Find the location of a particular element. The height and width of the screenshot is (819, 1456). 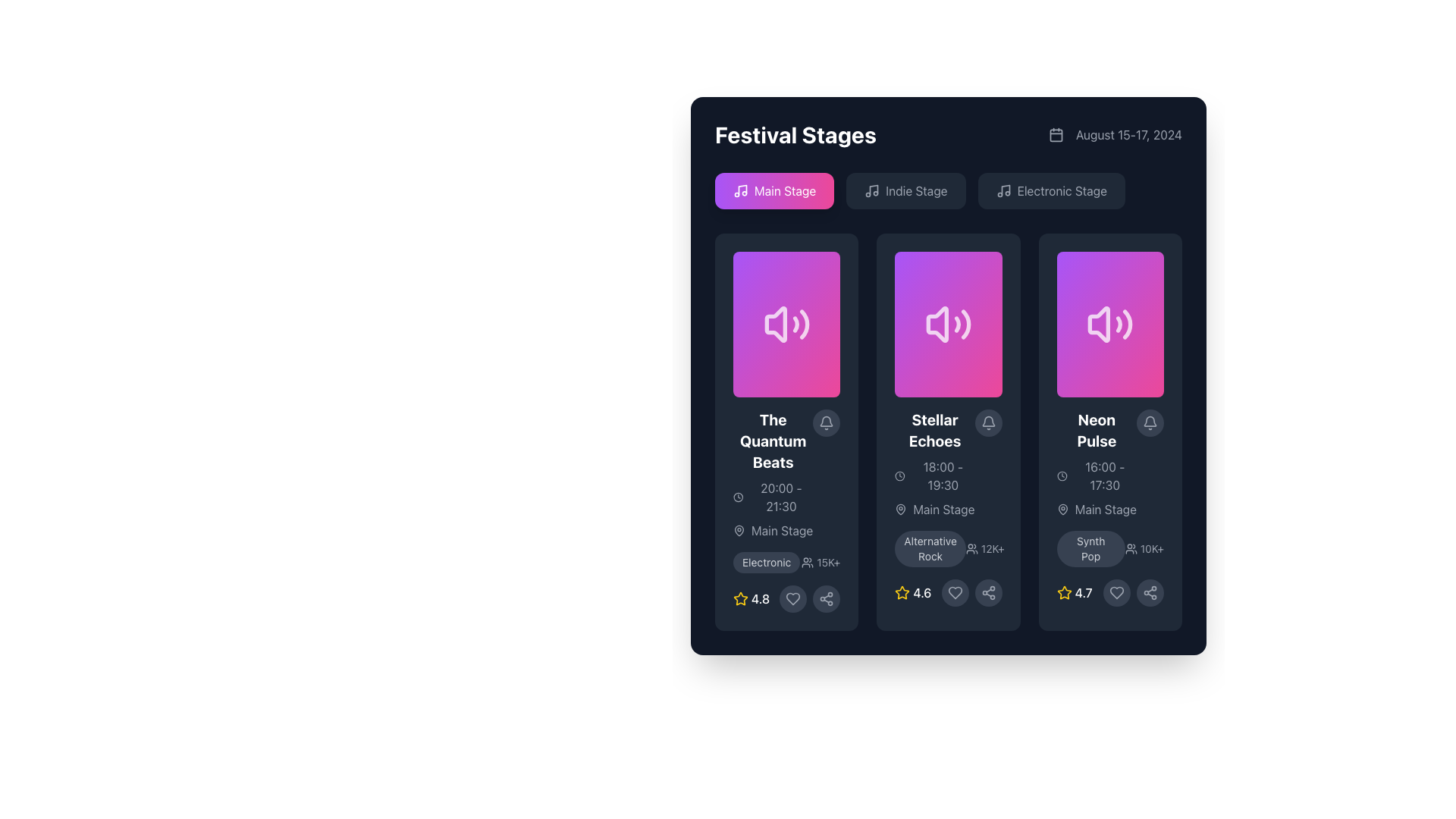

the heart-shaped icon button in the bottom section of the 'Stellar Echoes' card to mark it as favorite or like is located at coordinates (954, 592).